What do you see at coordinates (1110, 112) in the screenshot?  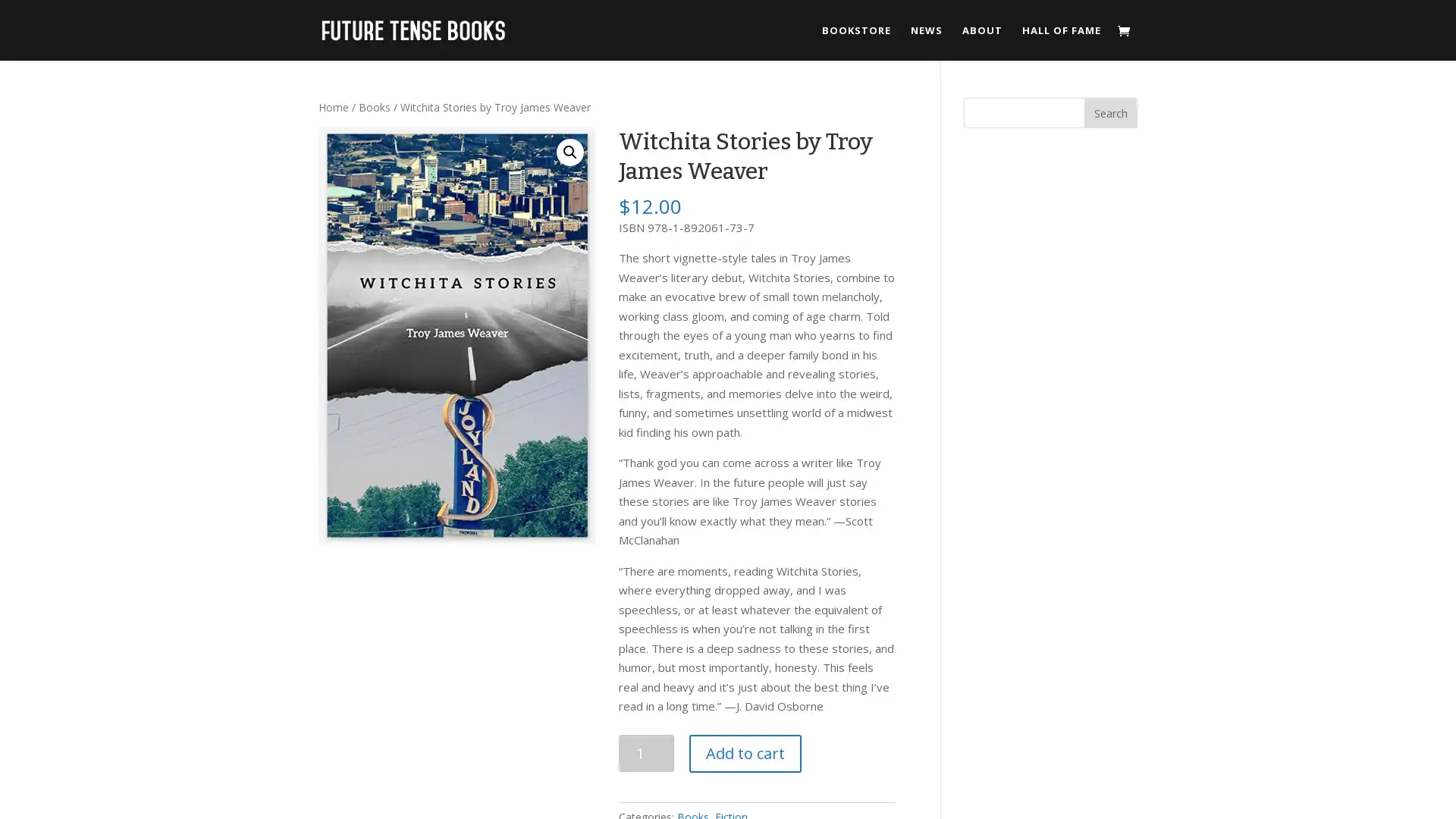 I see `Search` at bounding box center [1110, 112].